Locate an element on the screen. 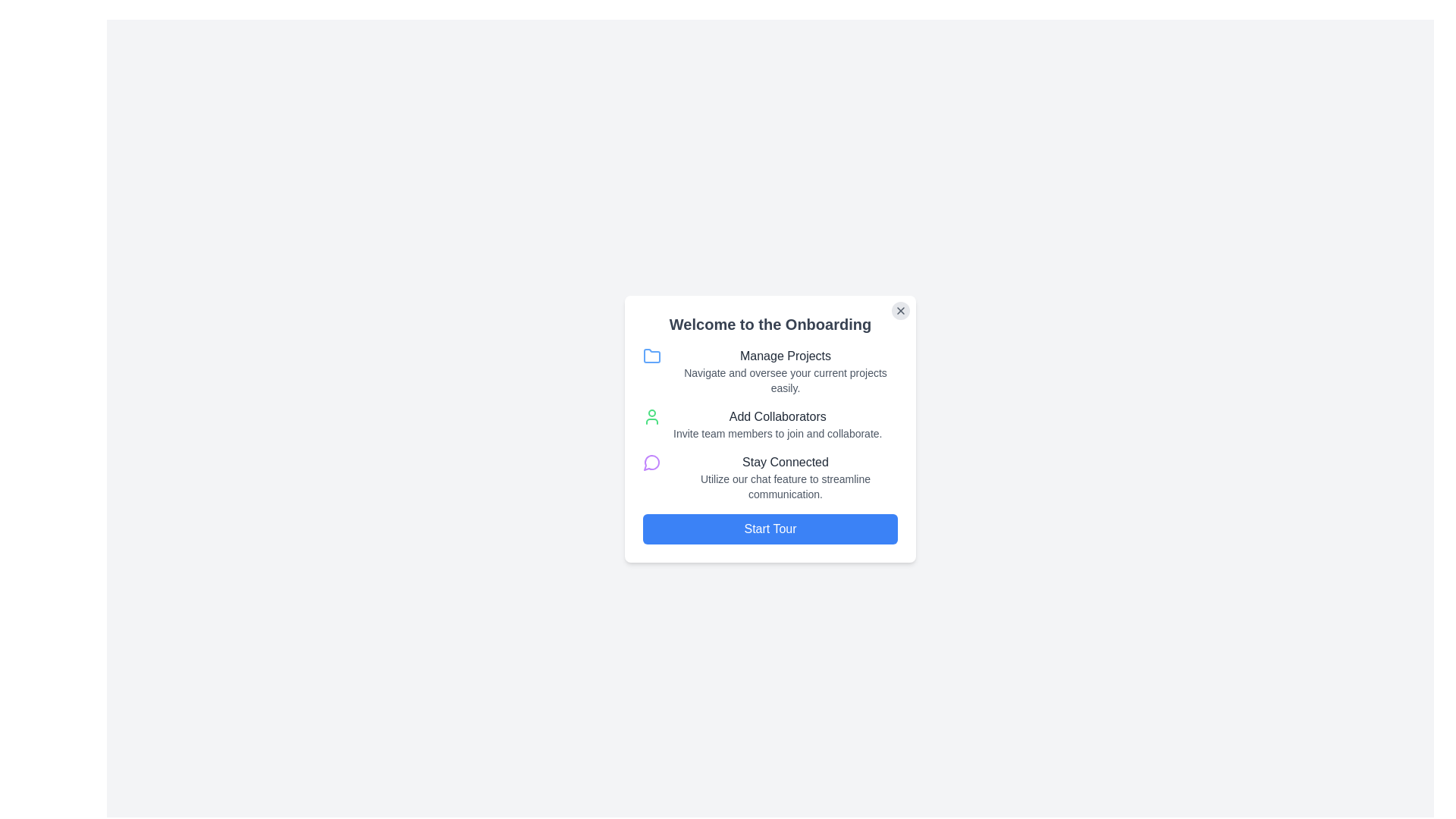  text label 'Stay Connected' which is positioned above the 'Start Tour' button and below the 'Add Collaborators' section is located at coordinates (786, 461).